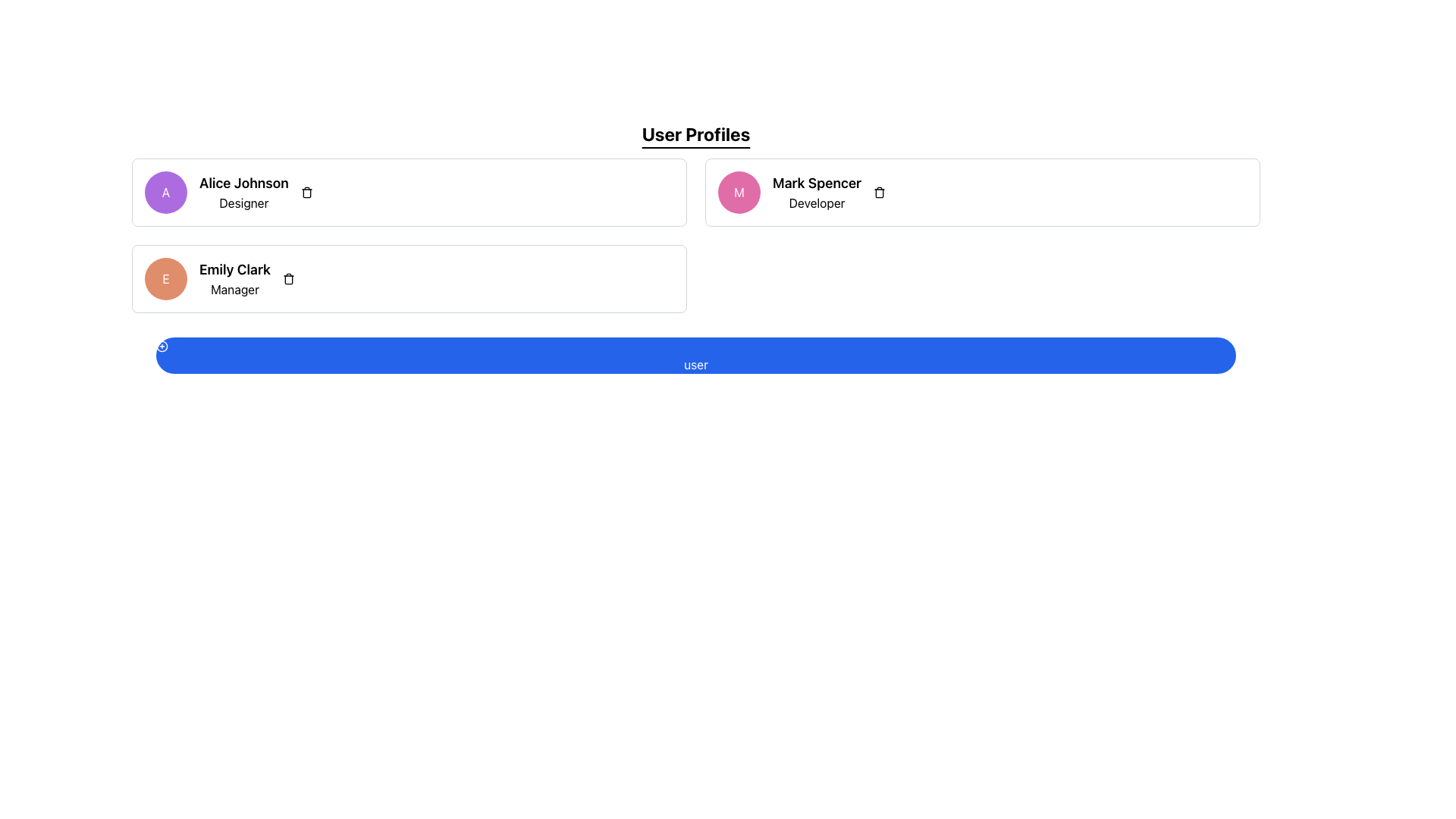 The image size is (1456, 819). Describe the element at coordinates (880, 192) in the screenshot. I see `the trash can icon button located in the top-right corner of the card layout for 'Mark Spencer'` at that location.